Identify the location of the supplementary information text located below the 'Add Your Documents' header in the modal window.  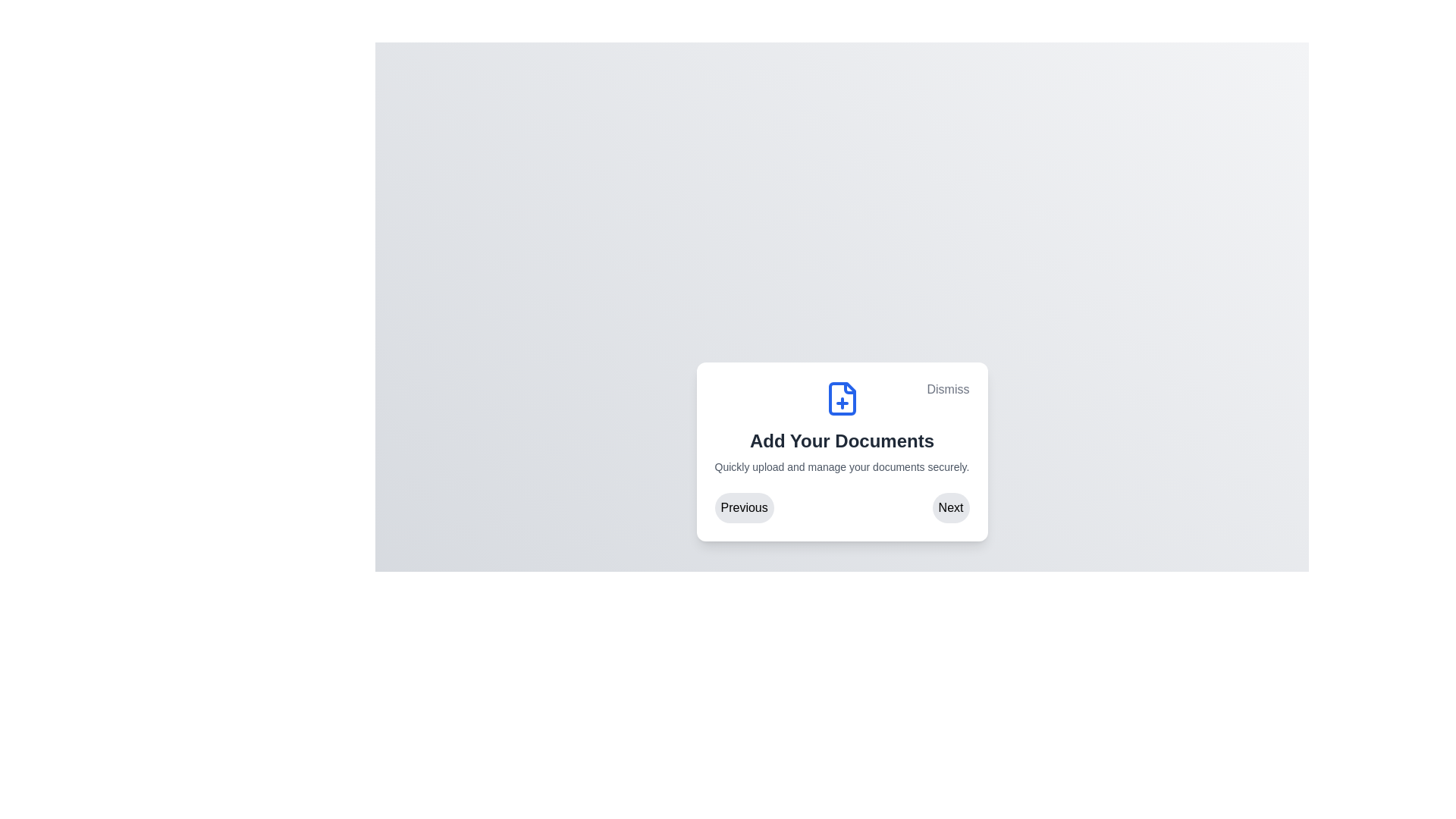
(841, 466).